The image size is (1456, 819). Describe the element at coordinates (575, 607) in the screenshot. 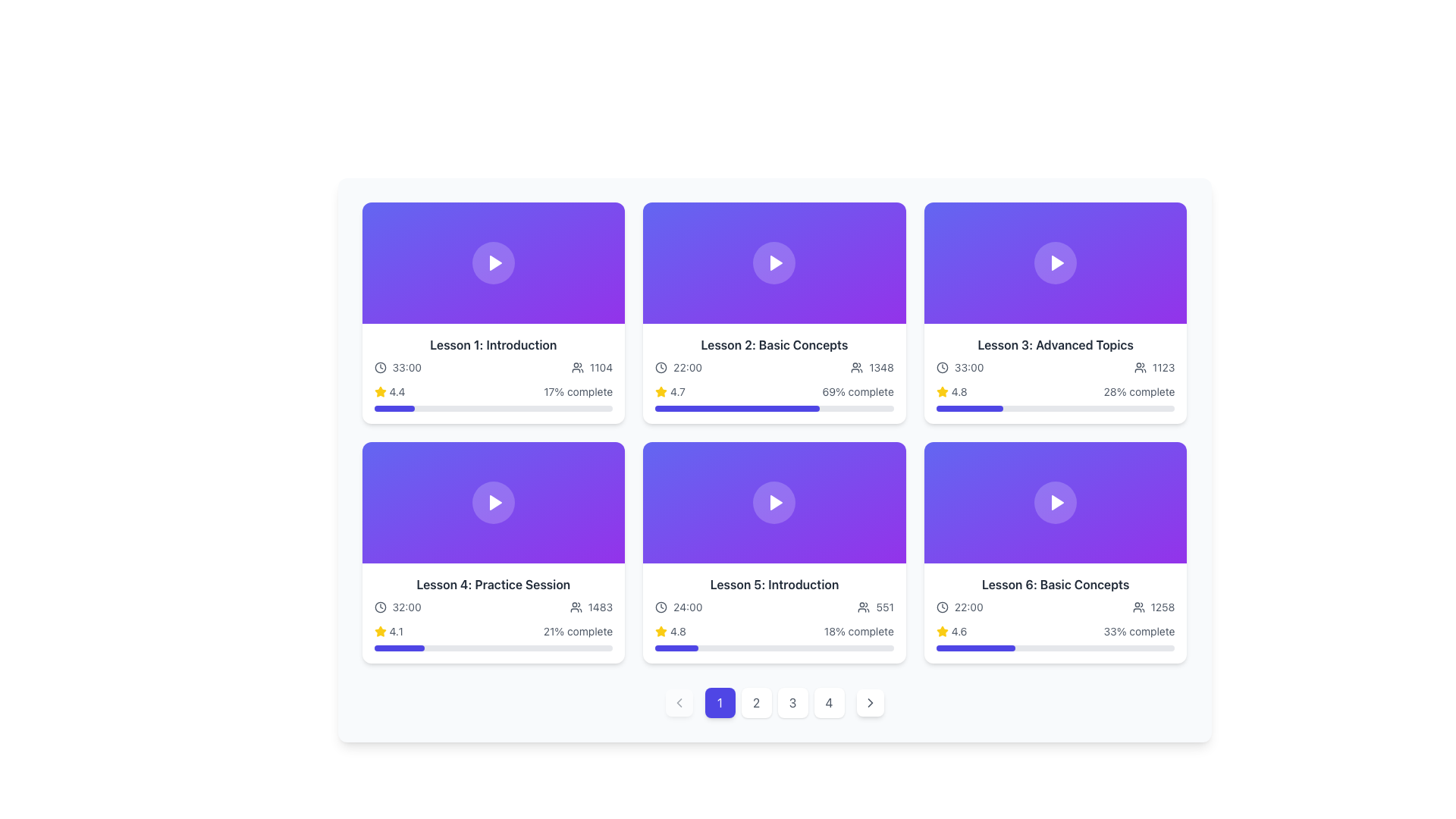

I see `the informational icon that represents the number of users or participants, which is located to the left of the text '1483' in the fourth card of the grid` at that location.